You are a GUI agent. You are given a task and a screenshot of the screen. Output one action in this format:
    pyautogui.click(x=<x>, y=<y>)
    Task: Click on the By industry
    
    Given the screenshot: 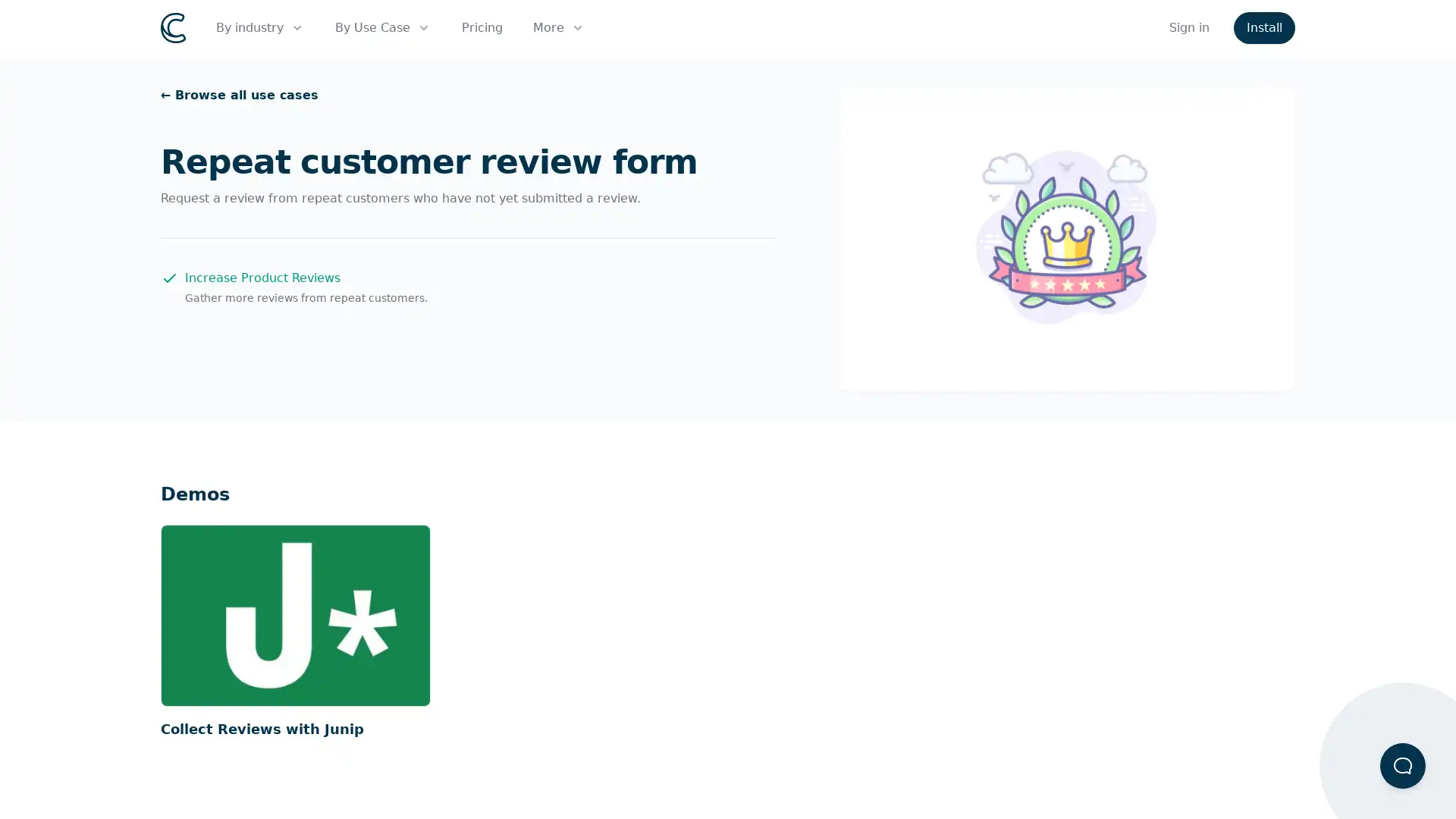 What is the action you would take?
    pyautogui.click(x=260, y=28)
    